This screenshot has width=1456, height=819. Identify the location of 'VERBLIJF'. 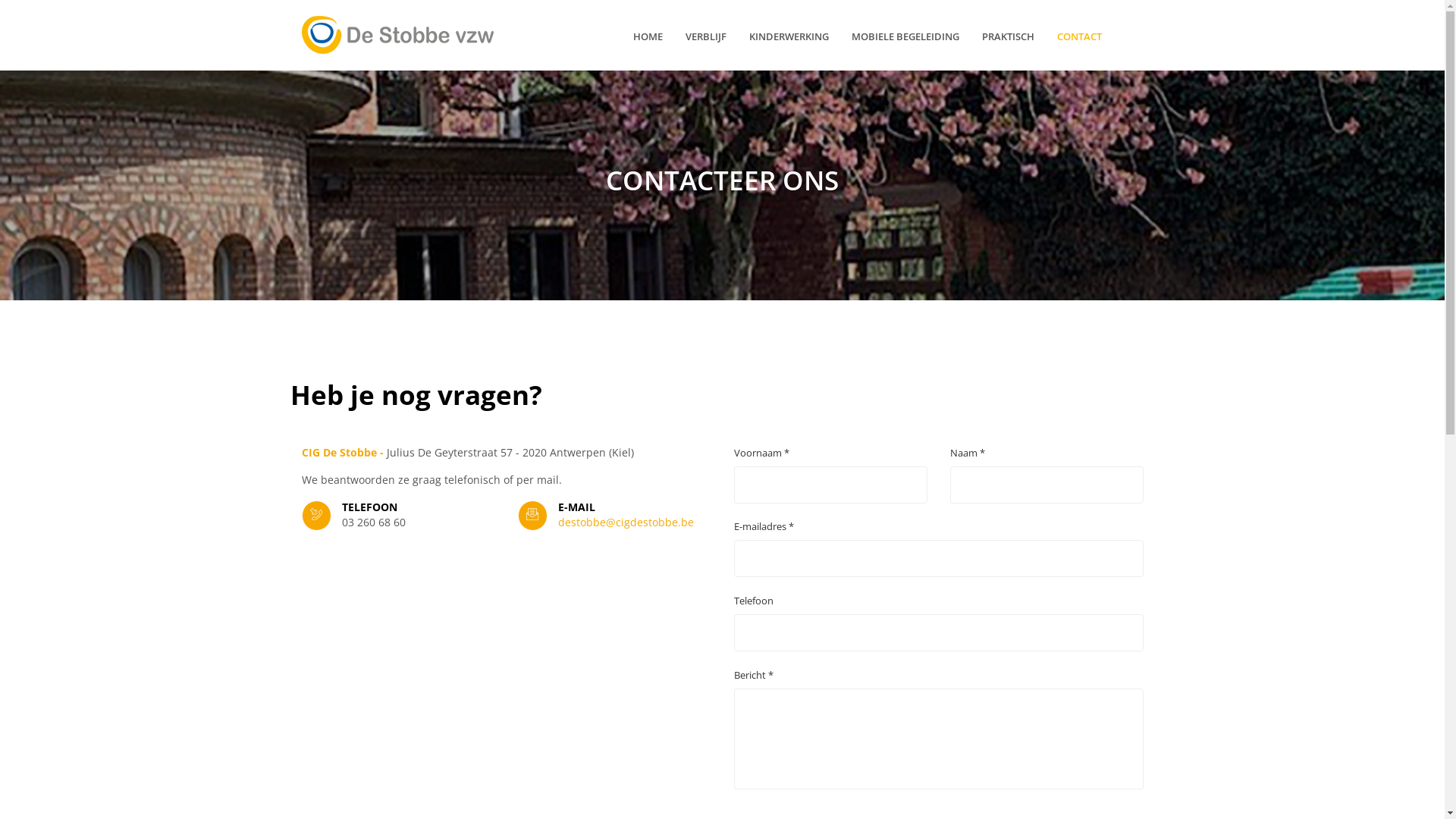
(705, 36).